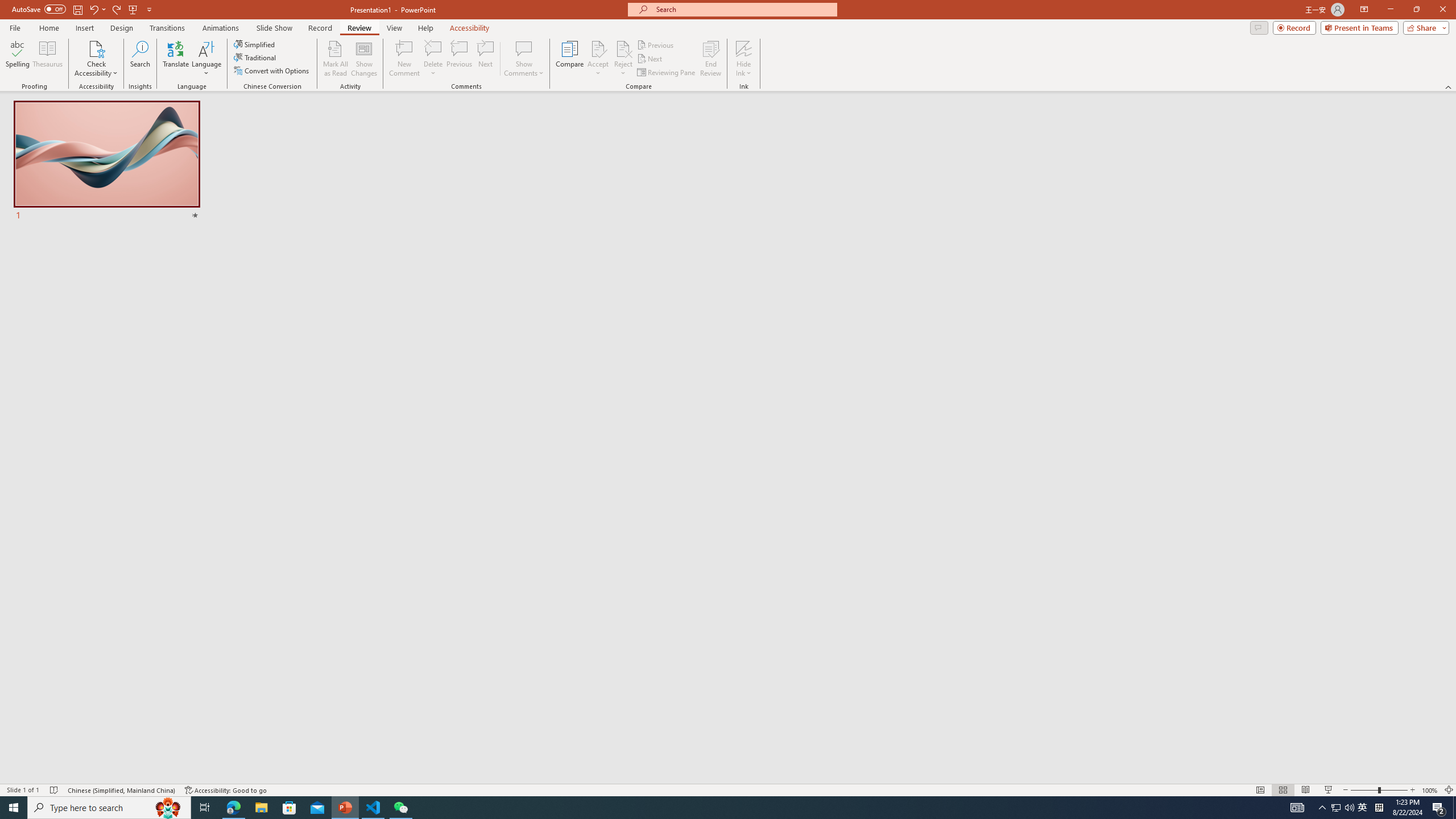 This screenshot has height=819, width=1456. Describe the element at coordinates (403, 59) in the screenshot. I see `'New Comment'` at that location.